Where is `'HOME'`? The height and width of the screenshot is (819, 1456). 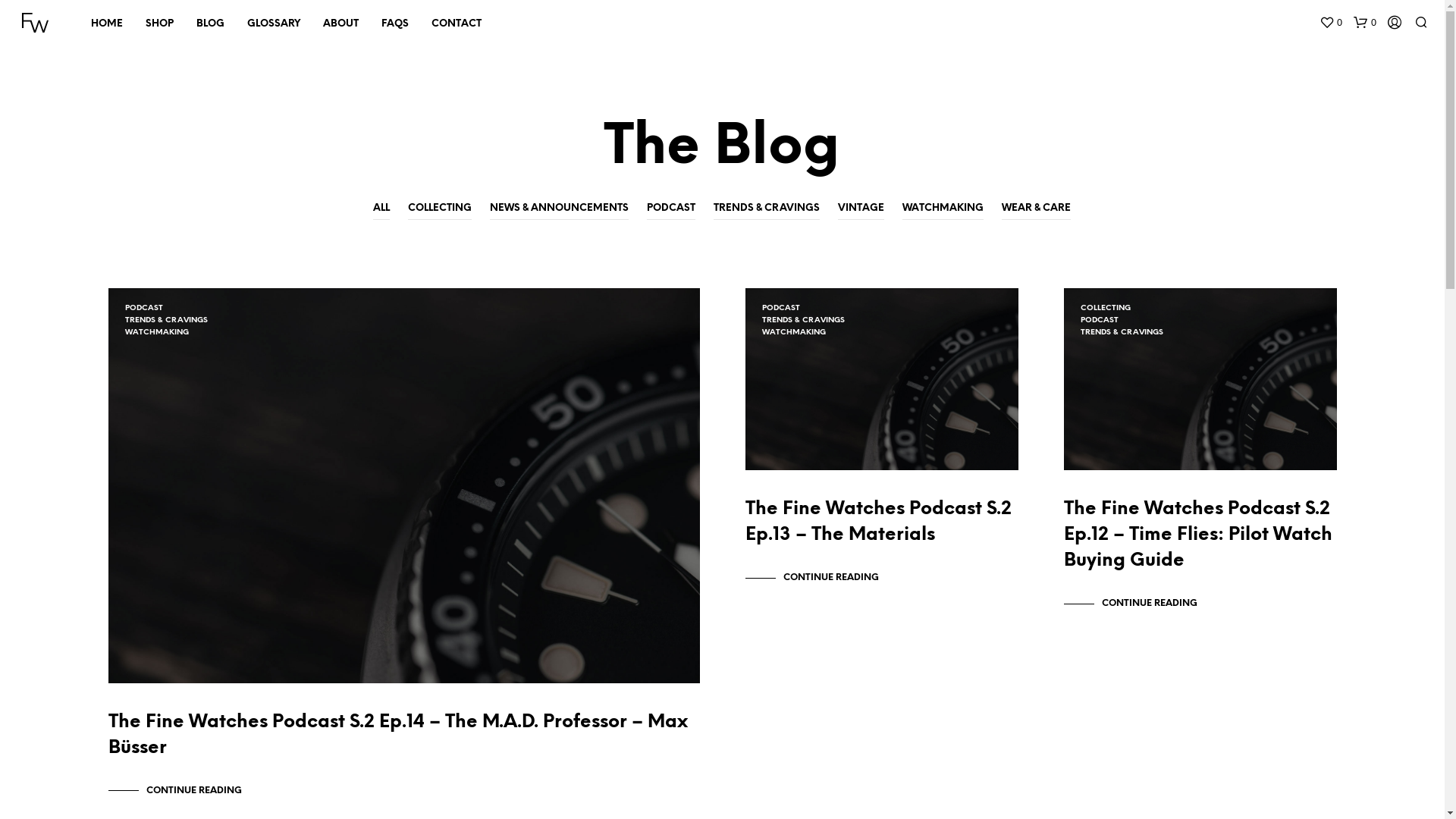
'HOME' is located at coordinates (105, 24).